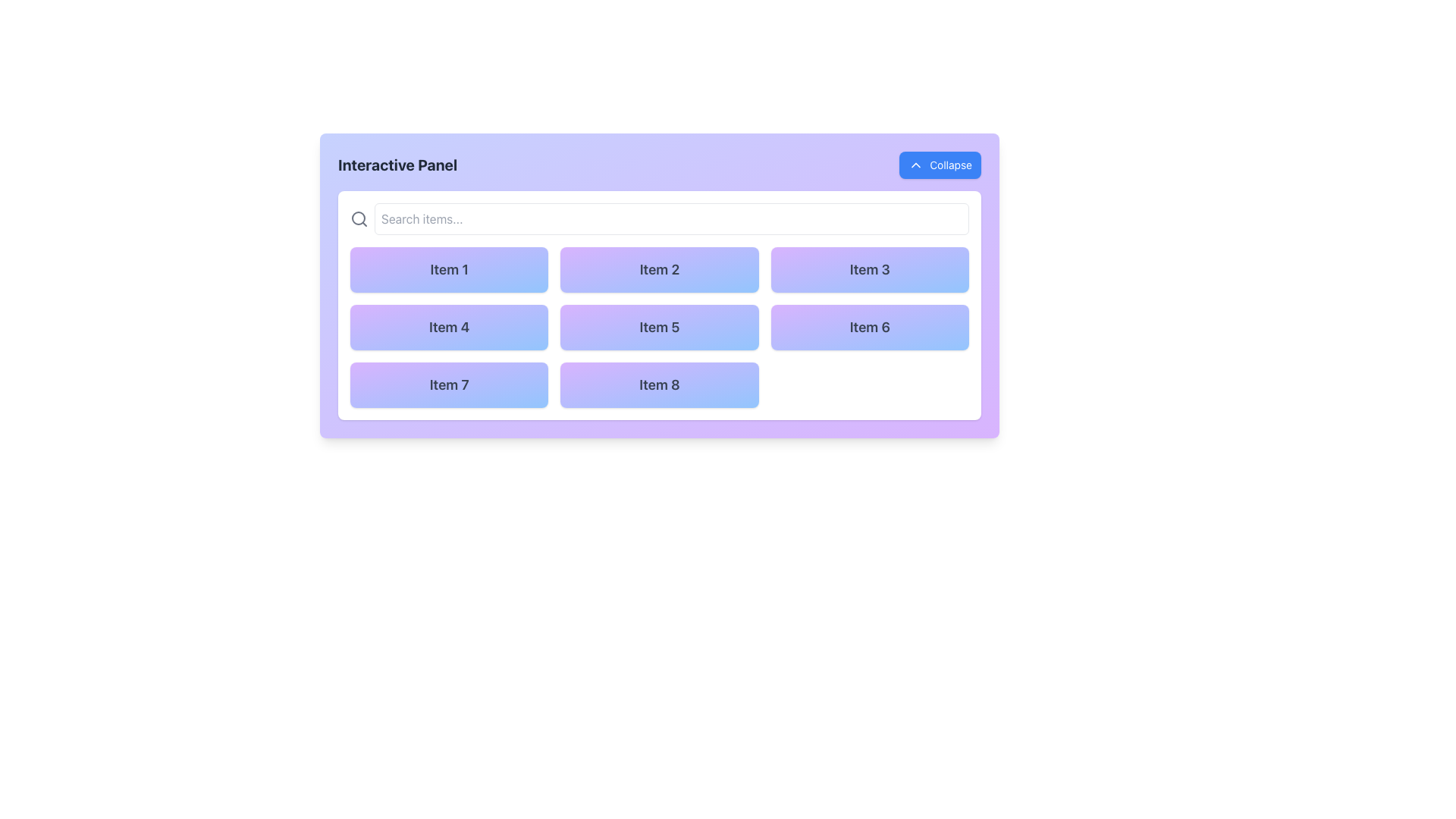 This screenshot has height=819, width=1456. I want to click on the panel with a white background and rounded corners, which contains a grid of buttons labeled from 'Item 1' to 'Item 8', so click(659, 305).